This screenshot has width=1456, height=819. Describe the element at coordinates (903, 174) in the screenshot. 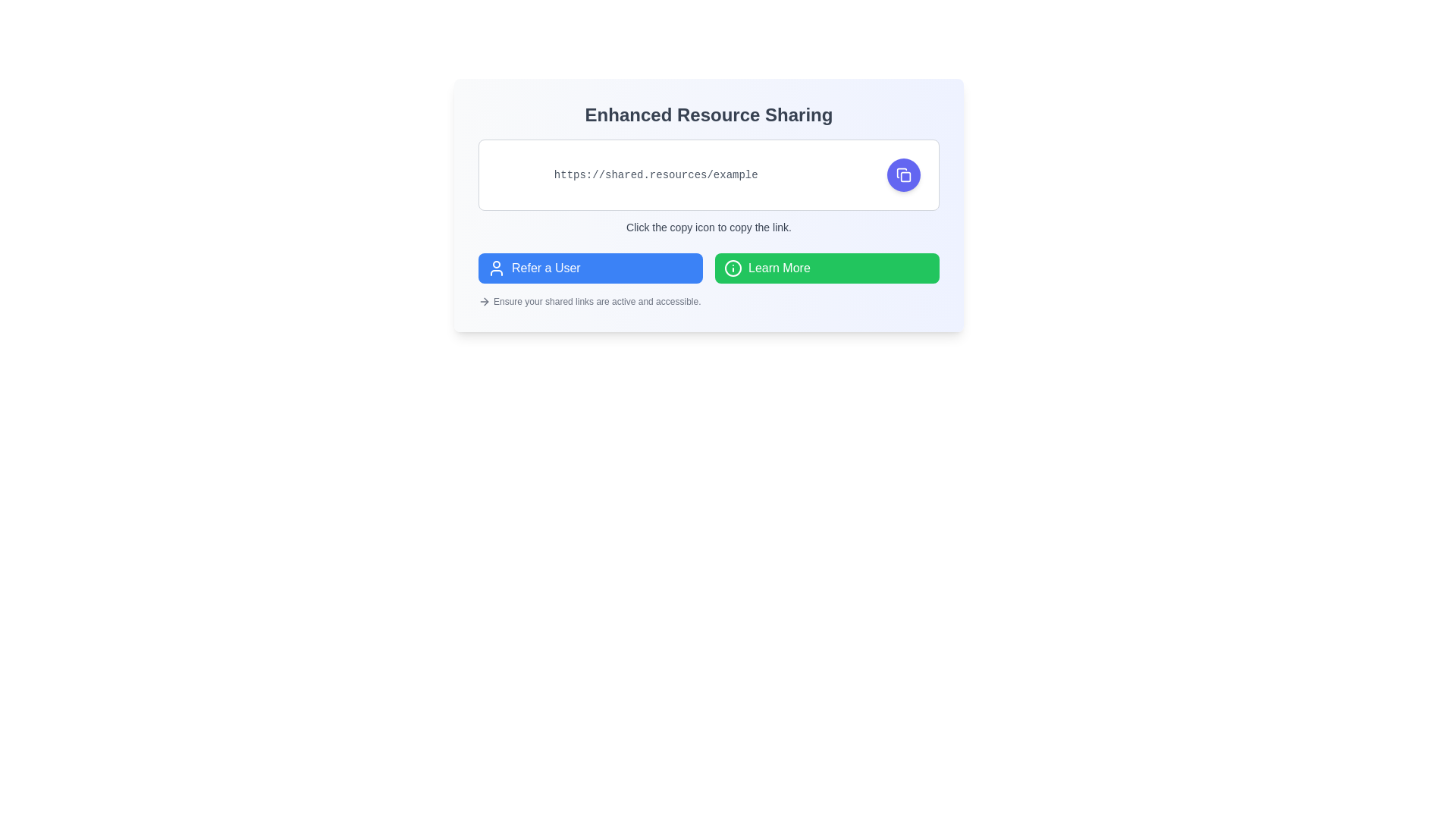

I see `the icon-based button located at the rightmost side of the link entry field to copy the displayed link to the clipboard` at that location.